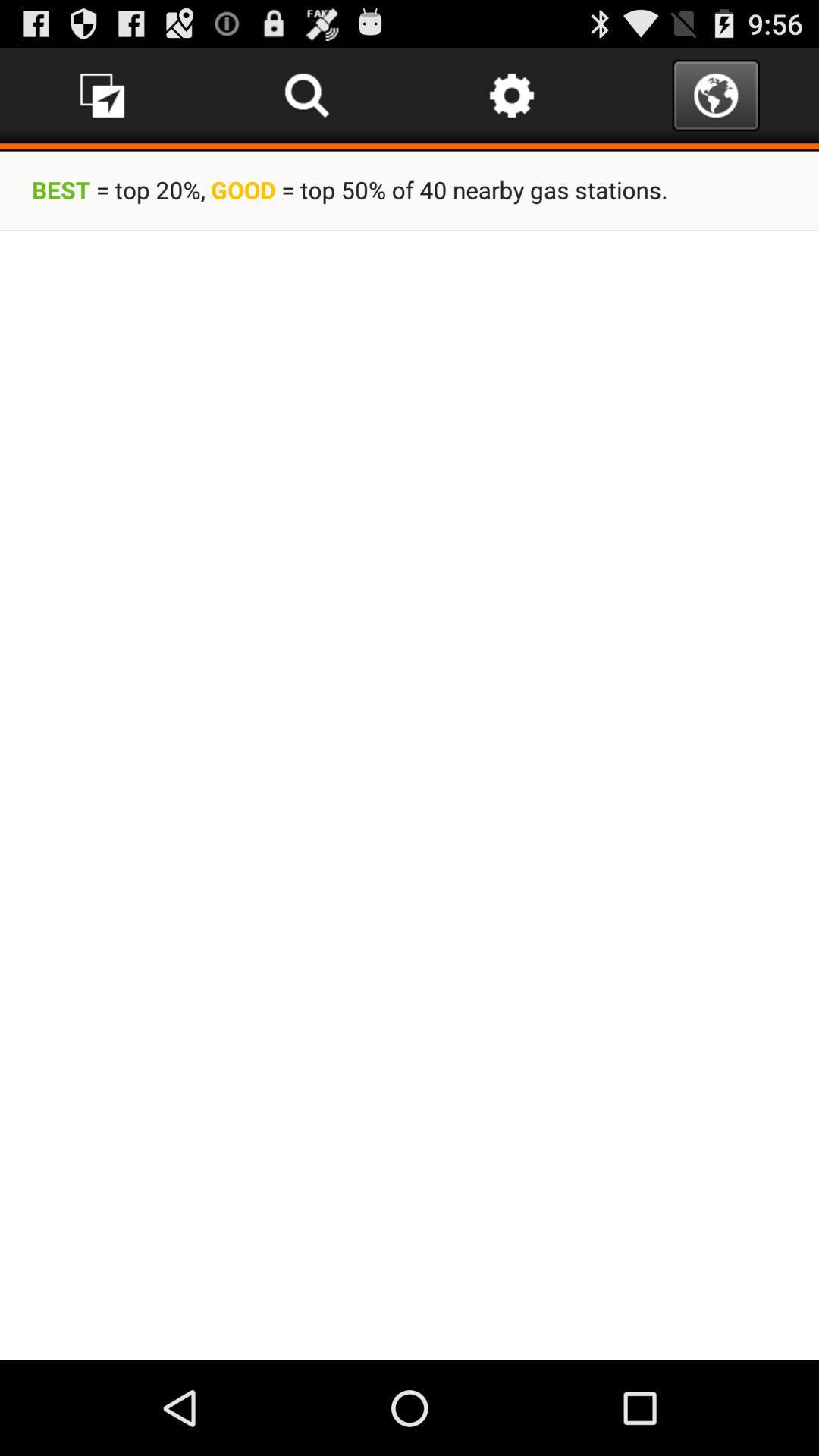  Describe the element at coordinates (102, 101) in the screenshot. I see `the facebook icon` at that location.